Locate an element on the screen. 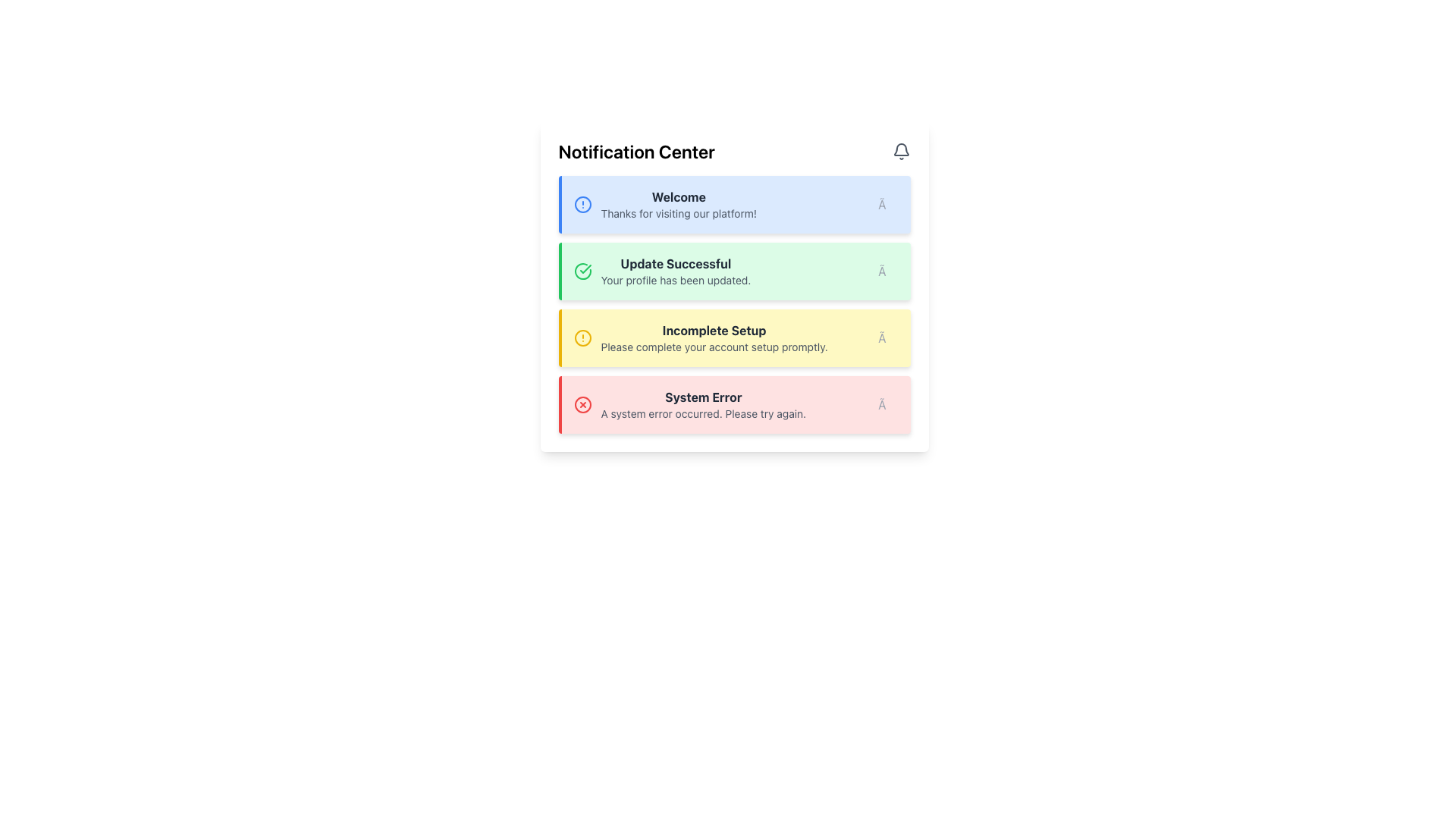 The width and height of the screenshot is (1456, 819). the close button in the 'Update Successful' notification to trigger a style change is located at coordinates (888, 271).